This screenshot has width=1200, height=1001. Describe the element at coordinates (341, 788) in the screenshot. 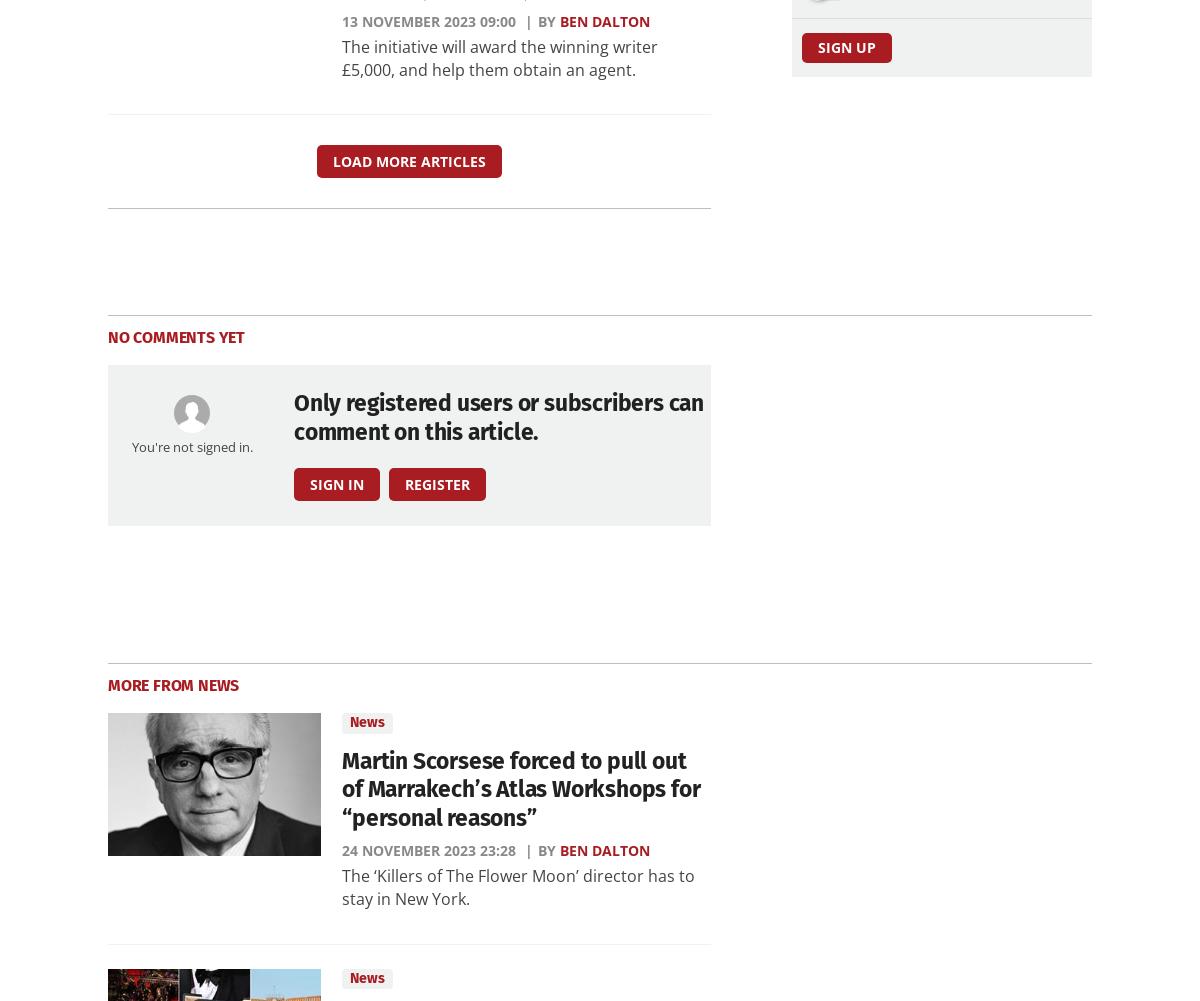

I see `'Martin Scorsese forced to pull out of Marrakech’s Atlas Workshops for “personal reasons”'` at that location.